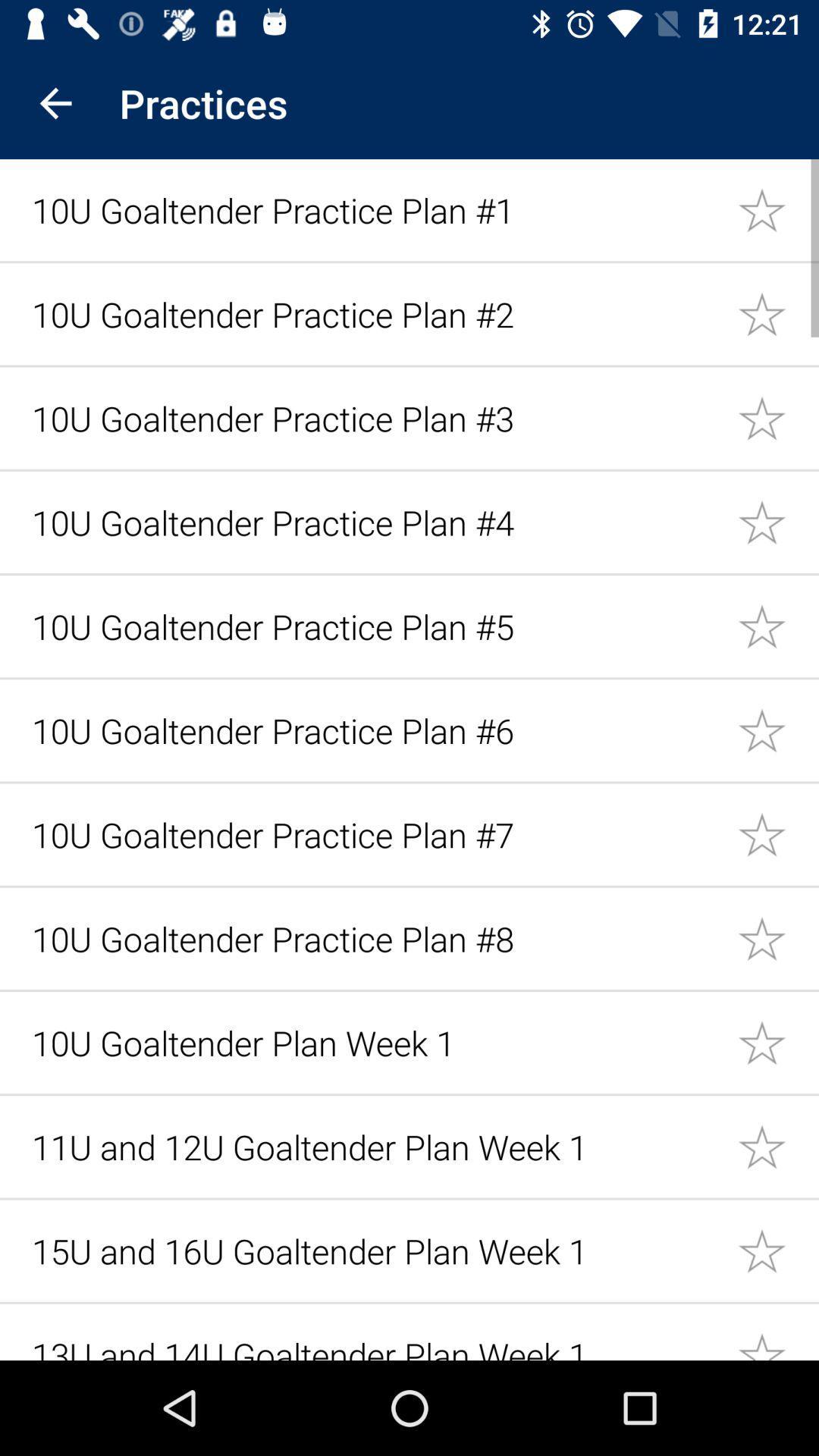 The image size is (819, 1456). Describe the element at coordinates (778, 418) in the screenshot. I see `link star option` at that location.